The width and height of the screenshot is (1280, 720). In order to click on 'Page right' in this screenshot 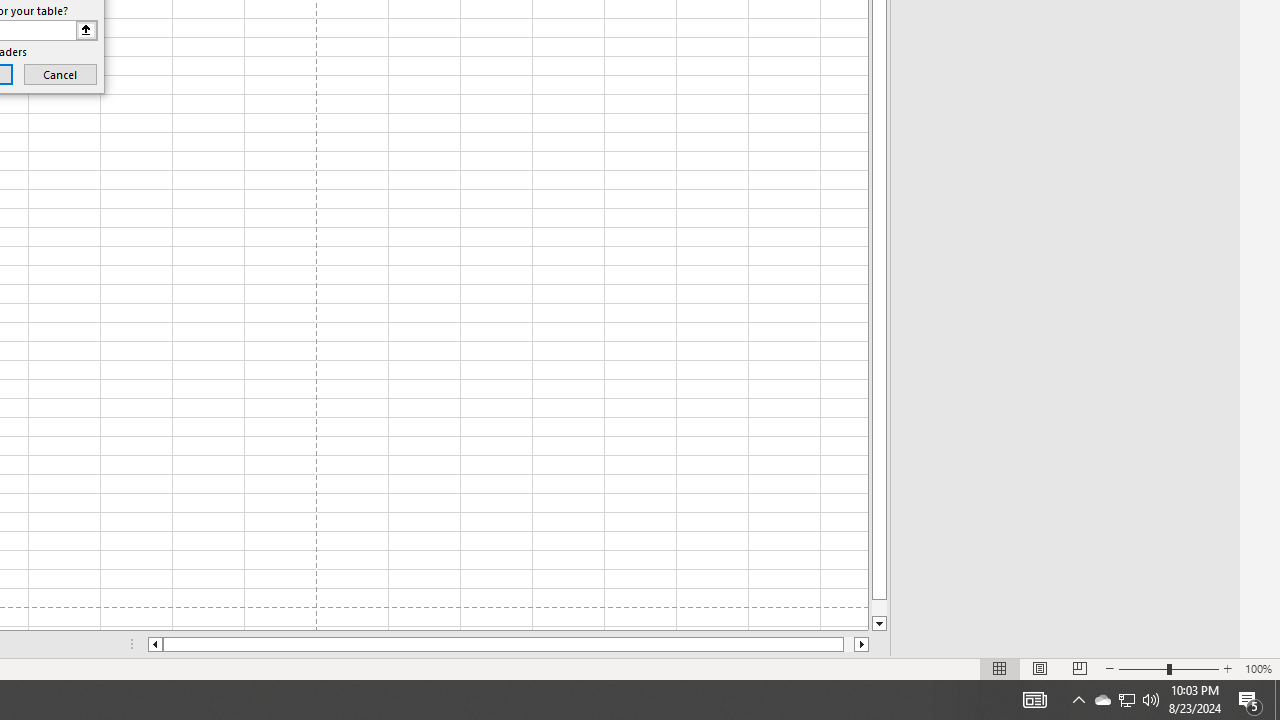, I will do `click(848, 644)`.